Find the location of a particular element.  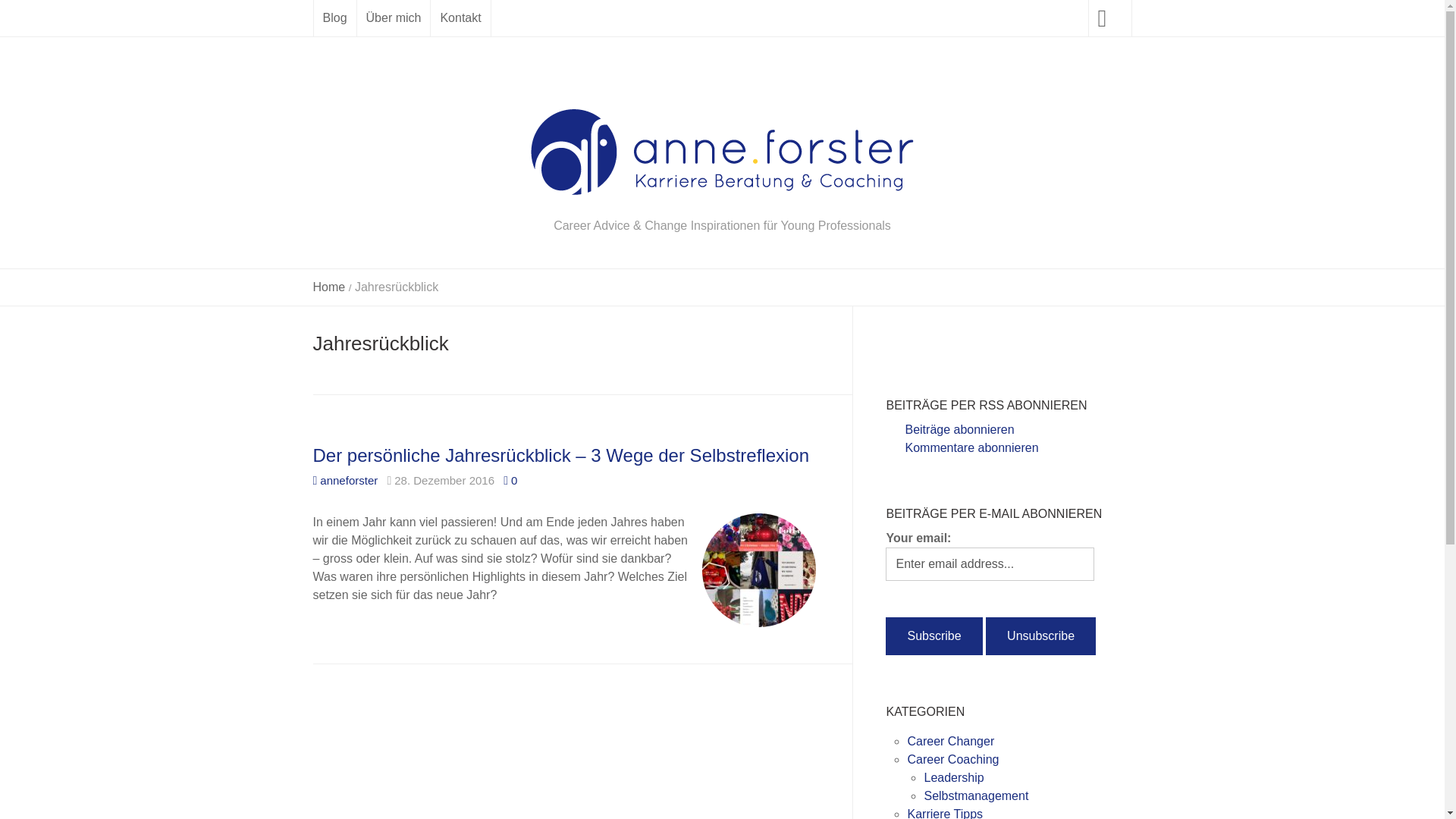

'Career Coaching' is located at coordinates (952, 759).